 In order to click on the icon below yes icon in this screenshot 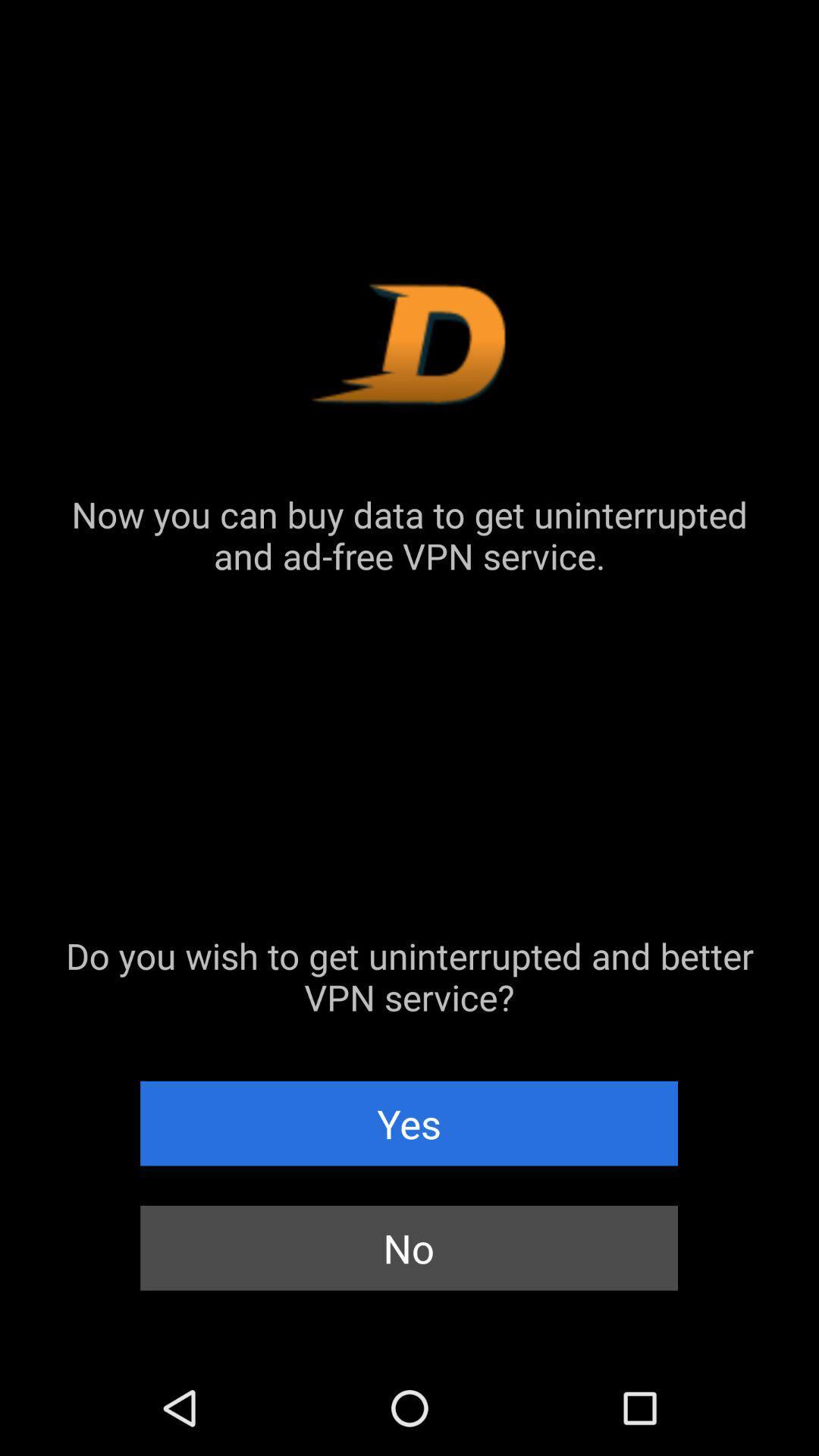, I will do `click(408, 1247)`.